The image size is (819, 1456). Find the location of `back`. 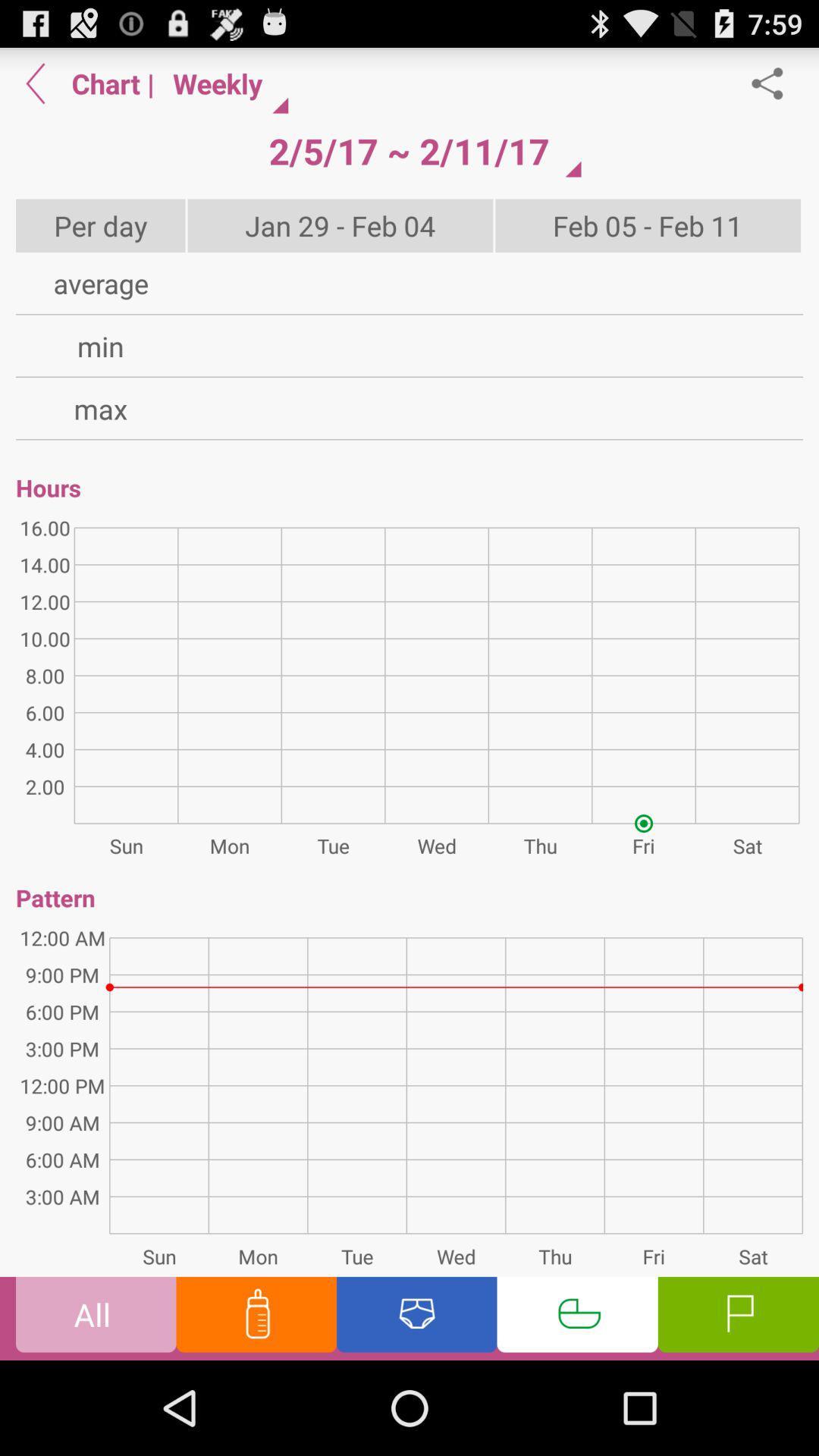

back is located at coordinates (35, 83).